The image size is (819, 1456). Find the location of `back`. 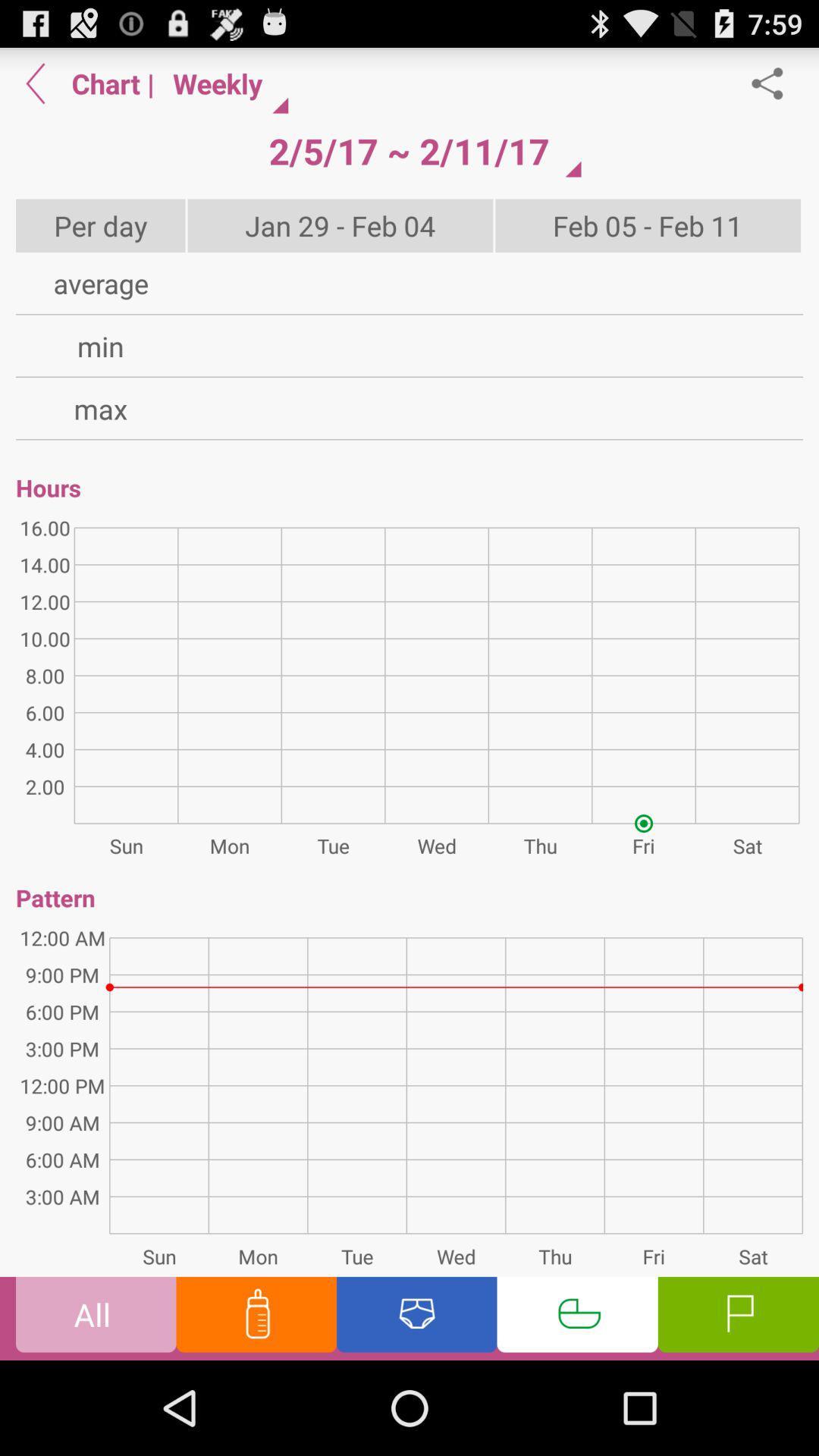

back is located at coordinates (35, 83).